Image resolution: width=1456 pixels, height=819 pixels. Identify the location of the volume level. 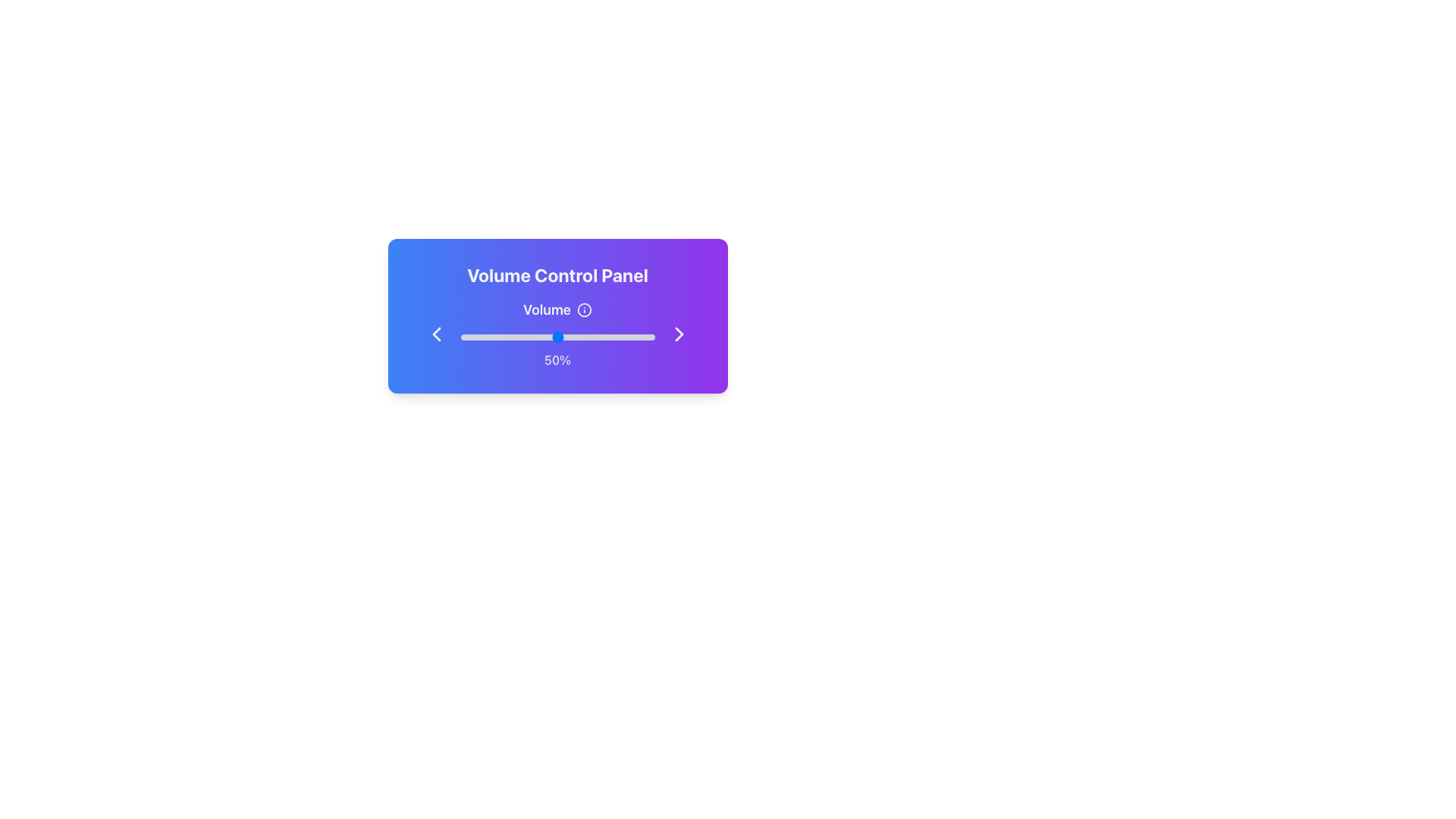
(495, 336).